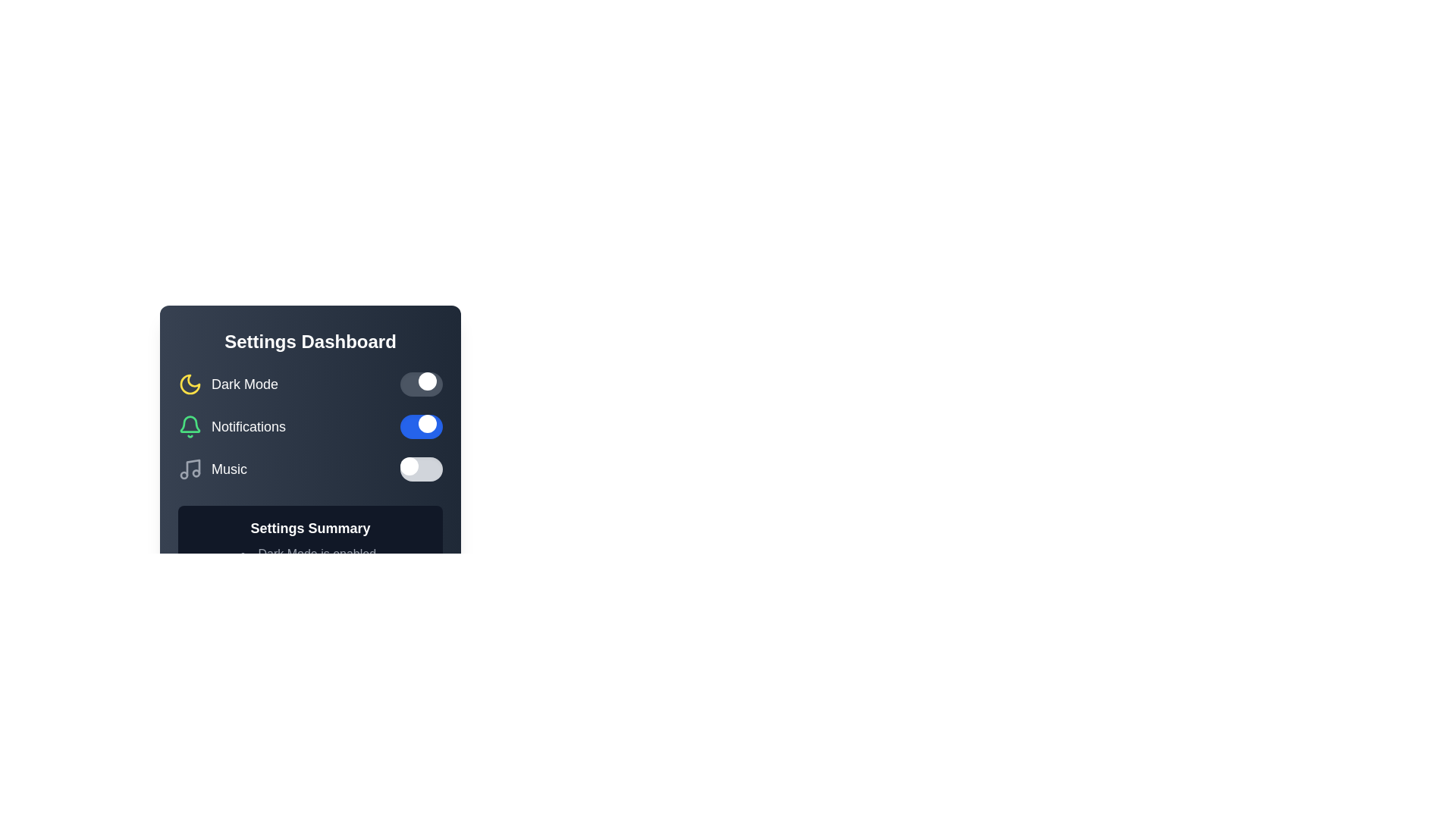 Image resolution: width=1456 pixels, height=819 pixels. What do you see at coordinates (309, 573) in the screenshot?
I see `textual information from the second item in the list under the headline 'Settings Summary', which states 'Notifications are enabled.'` at bounding box center [309, 573].